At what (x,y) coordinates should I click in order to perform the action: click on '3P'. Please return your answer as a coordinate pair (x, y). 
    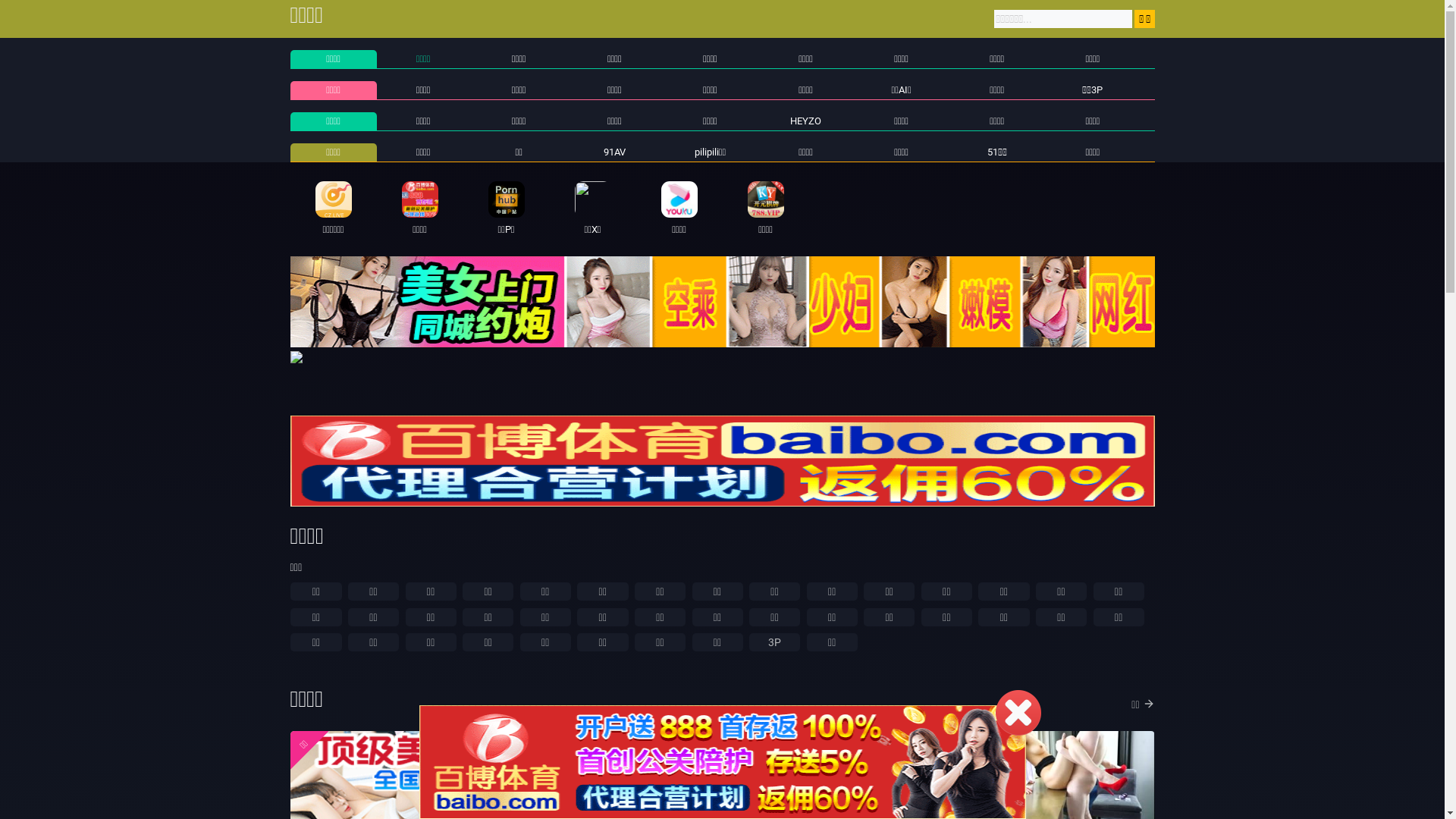
    Looking at the image, I should click on (774, 642).